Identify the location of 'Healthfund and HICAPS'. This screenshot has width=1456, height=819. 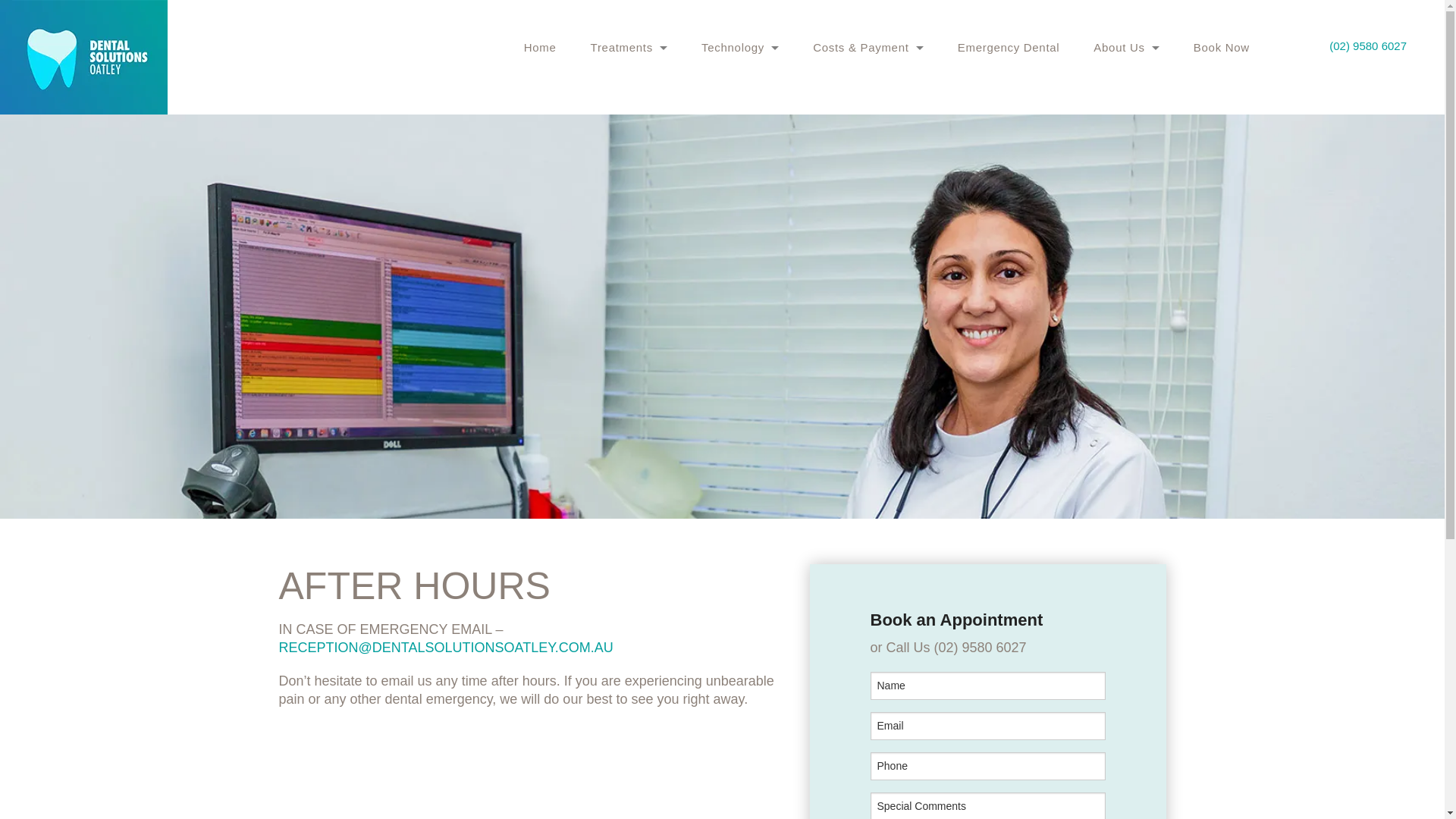
(868, 86).